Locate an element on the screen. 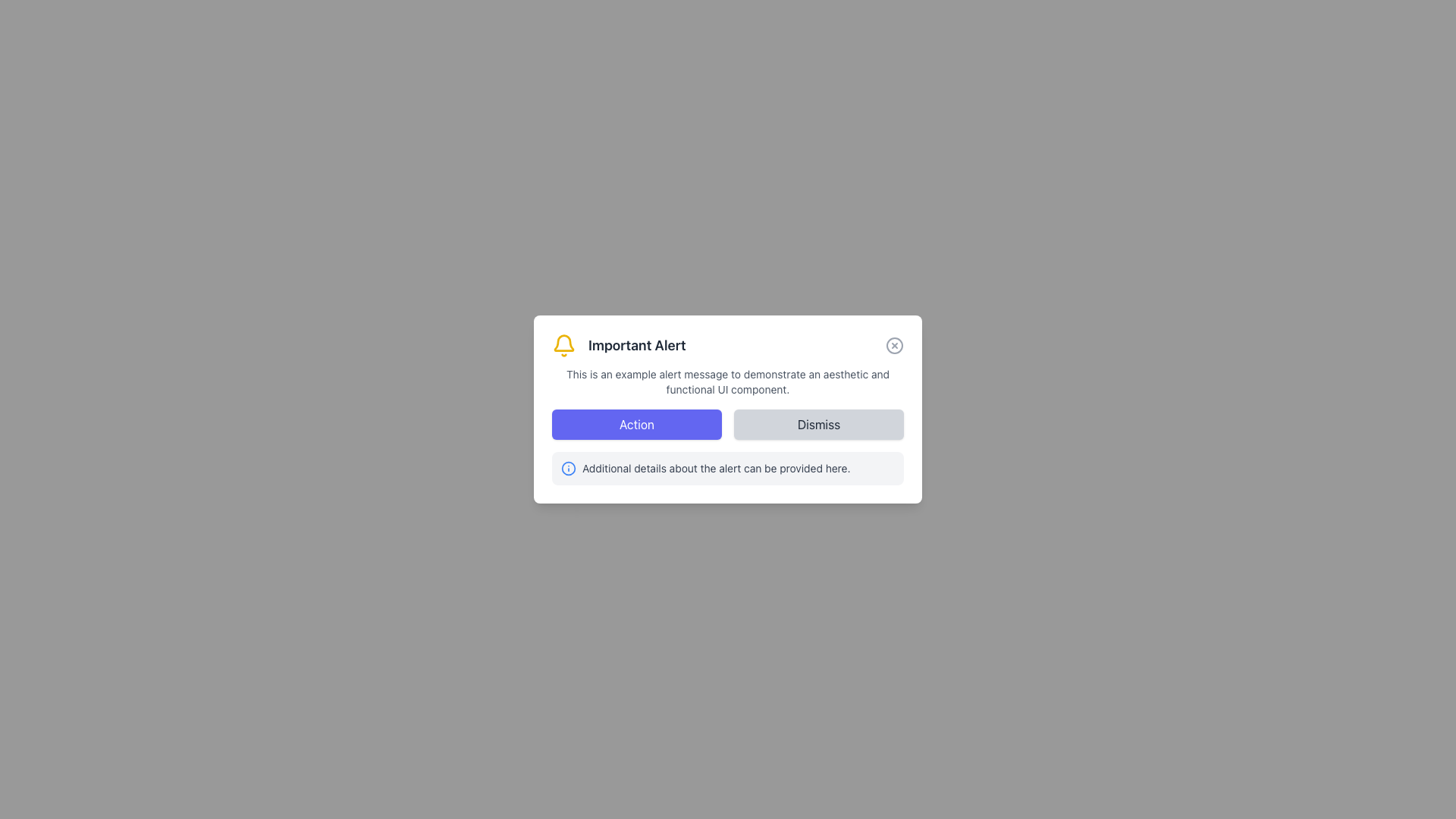 The width and height of the screenshot is (1456, 819). text content of the 'Important Alert' text component, which is styled in a large bold gray font and positioned next to a yellow bell icon is located at coordinates (637, 345).